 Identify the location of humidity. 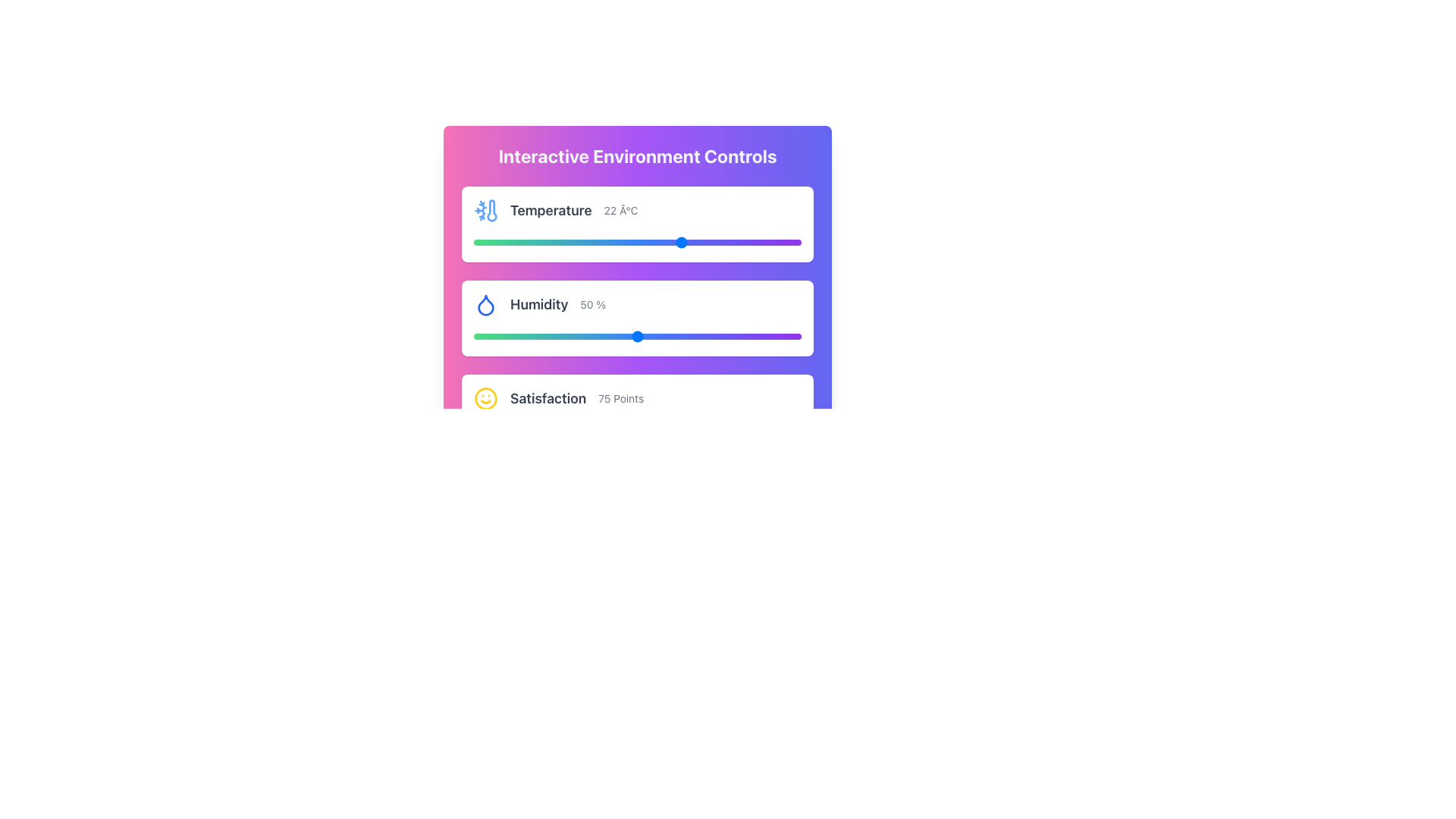
(755, 335).